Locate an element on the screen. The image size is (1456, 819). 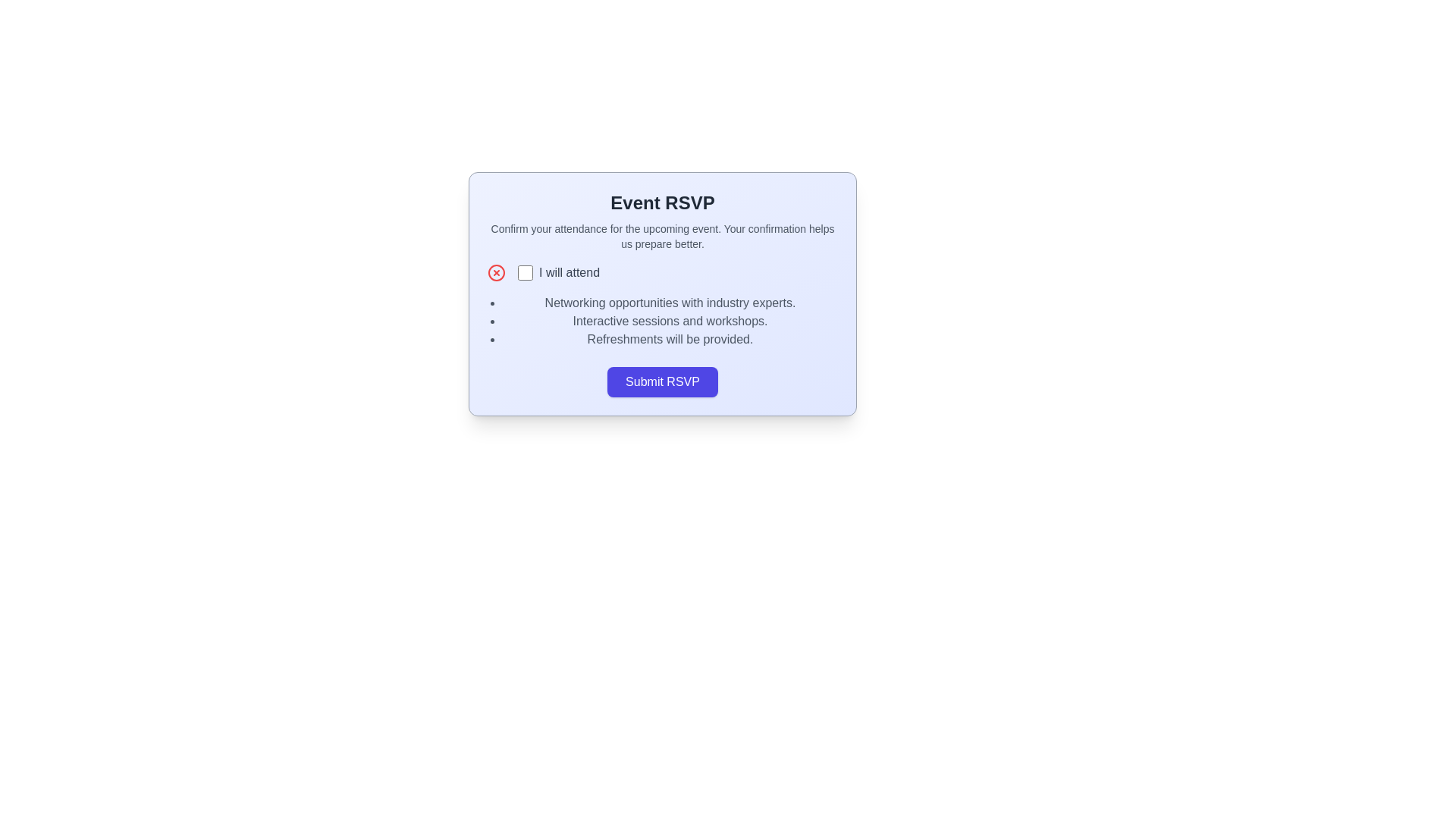
the SVG circle element that visually represents a selection or marking a negative action associated with the 'I will attend' message, located to the left of the checkbox is located at coordinates (496, 271).